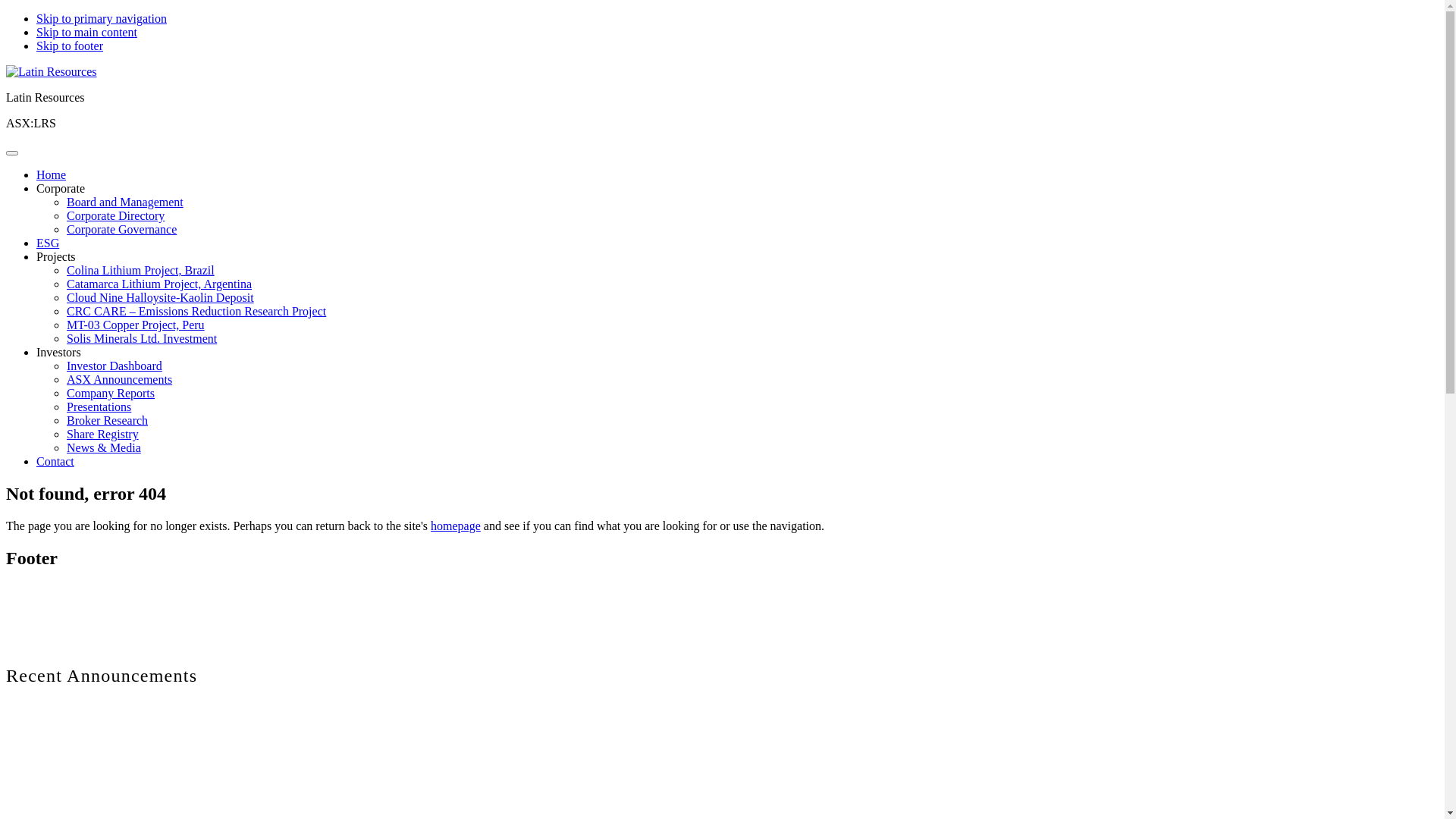 The image size is (1456, 819). I want to click on 'Contact', so click(55, 460).